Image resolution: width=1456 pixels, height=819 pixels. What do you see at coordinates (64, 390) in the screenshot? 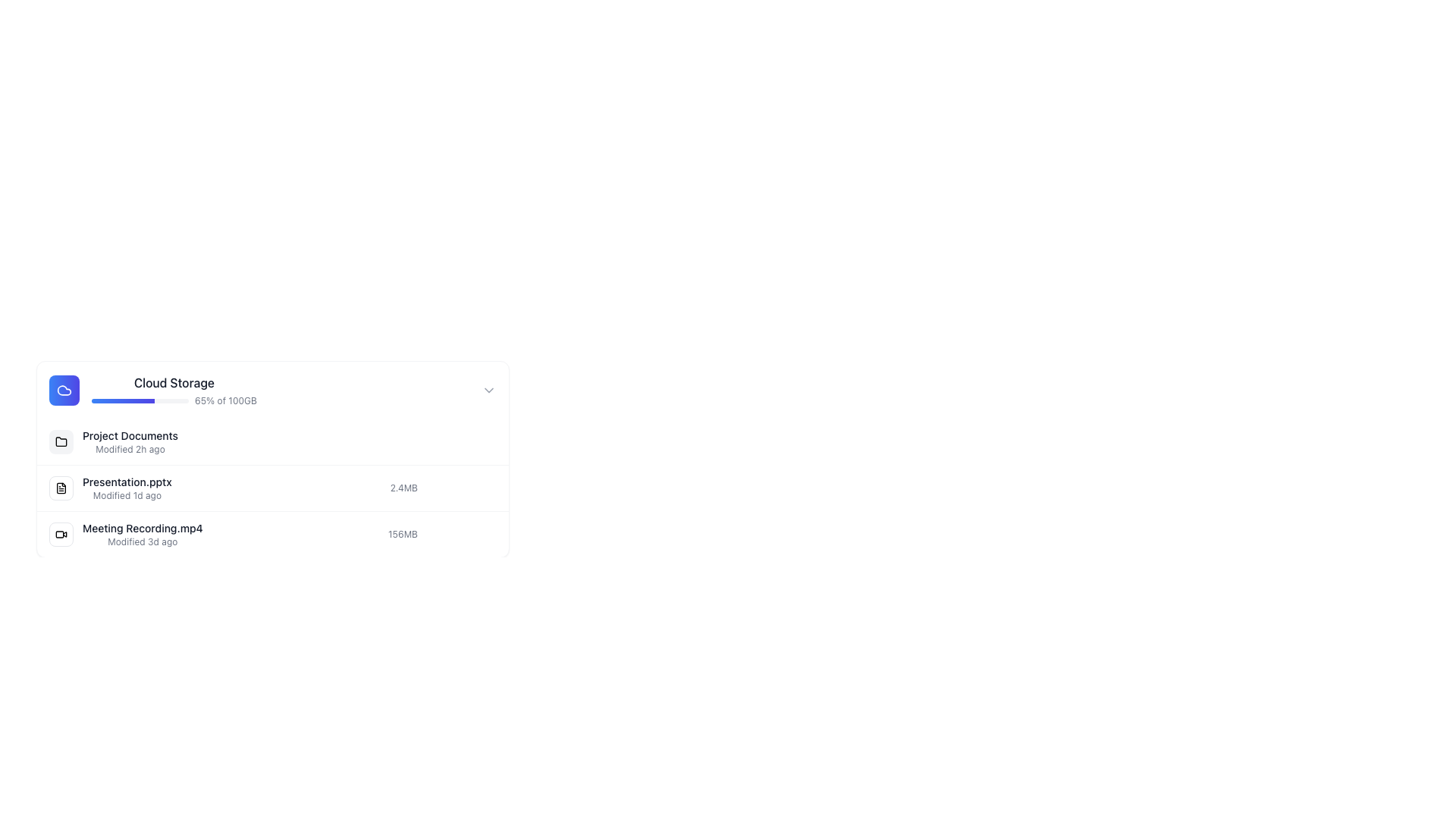
I see `the square icon with a gradient blue to indigo background and a white cloud symbol, located at the leftmost position in a horizontal group within a card layout` at bounding box center [64, 390].